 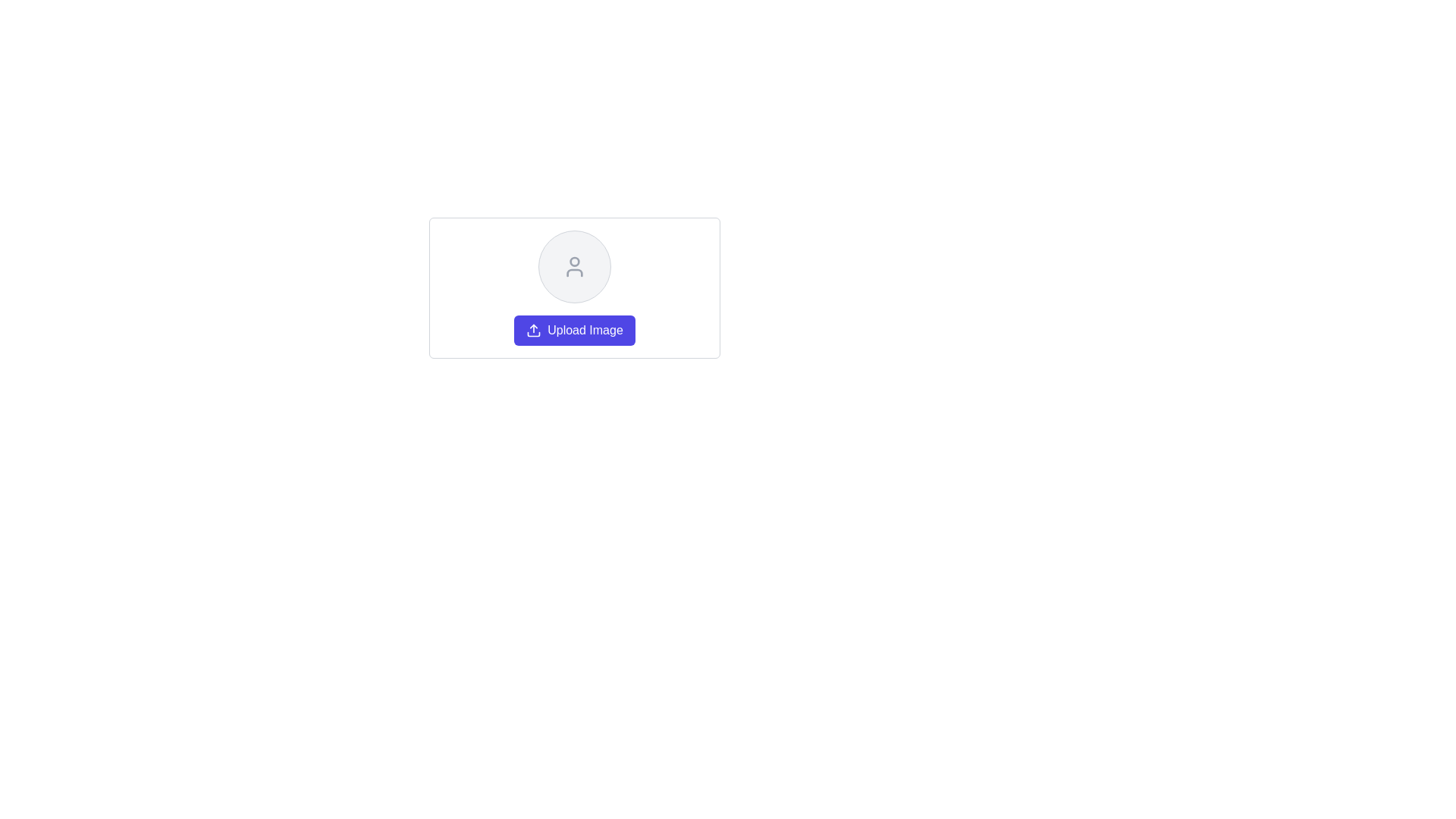 What do you see at coordinates (574, 265) in the screenshot?
I see `the Avatar Placeholder element, which is a circular area with a light gray background and a person icon, positioned above the blue 'Upload Image' button` at bounding box center [574, 265].